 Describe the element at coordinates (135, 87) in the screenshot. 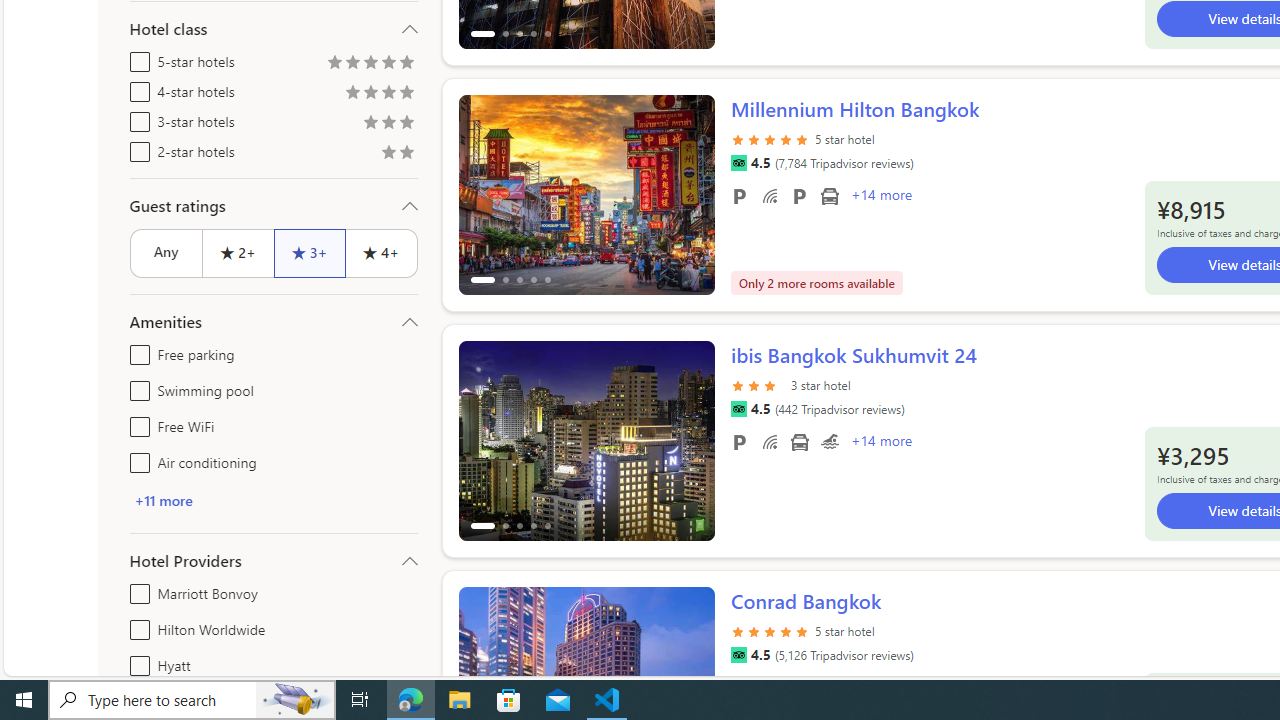

I see `'4-star hotels'` at that location.